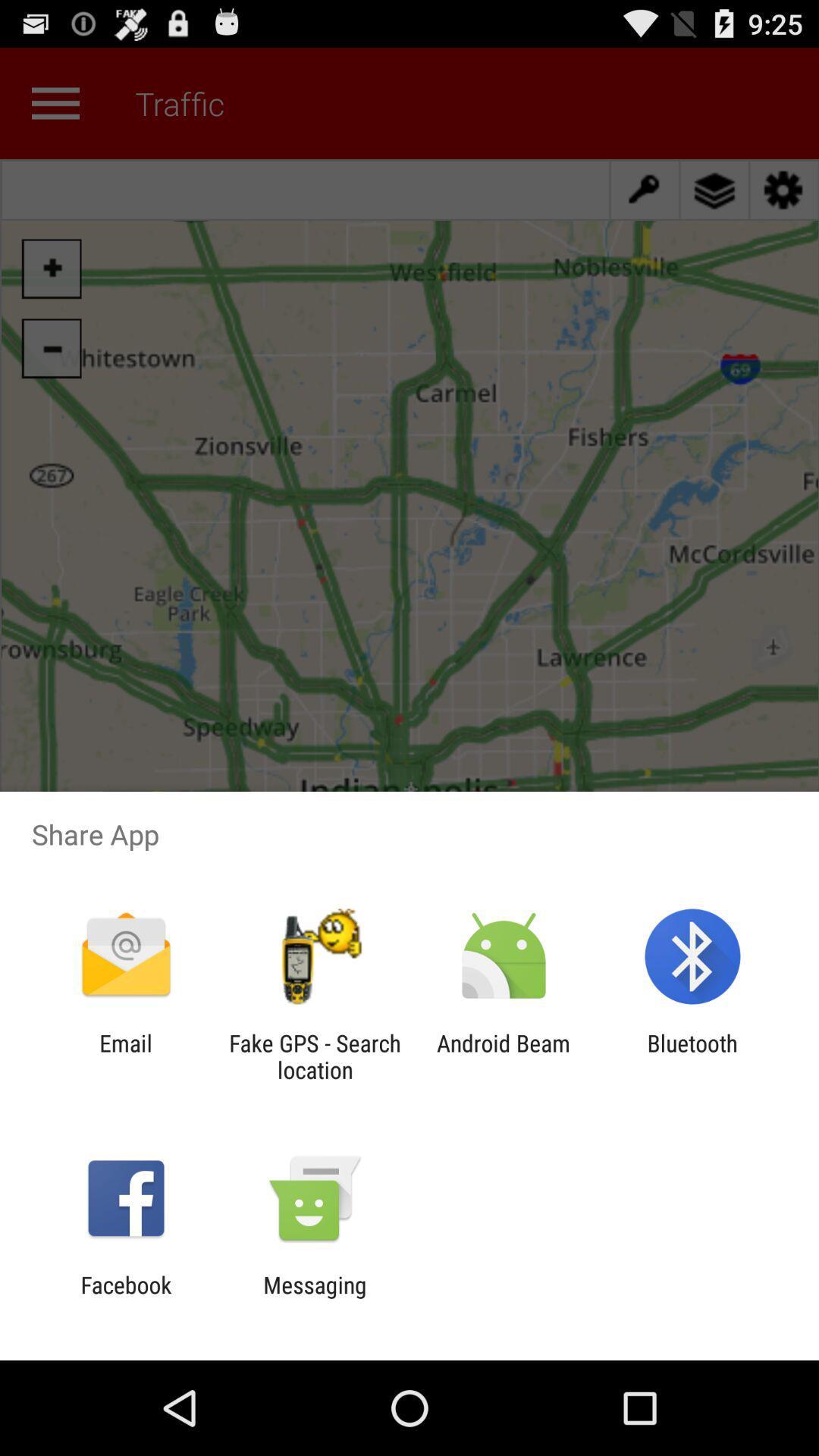 This screenshot has height=1456, width=819. I want to click on facebook app, so click(125, 1298).